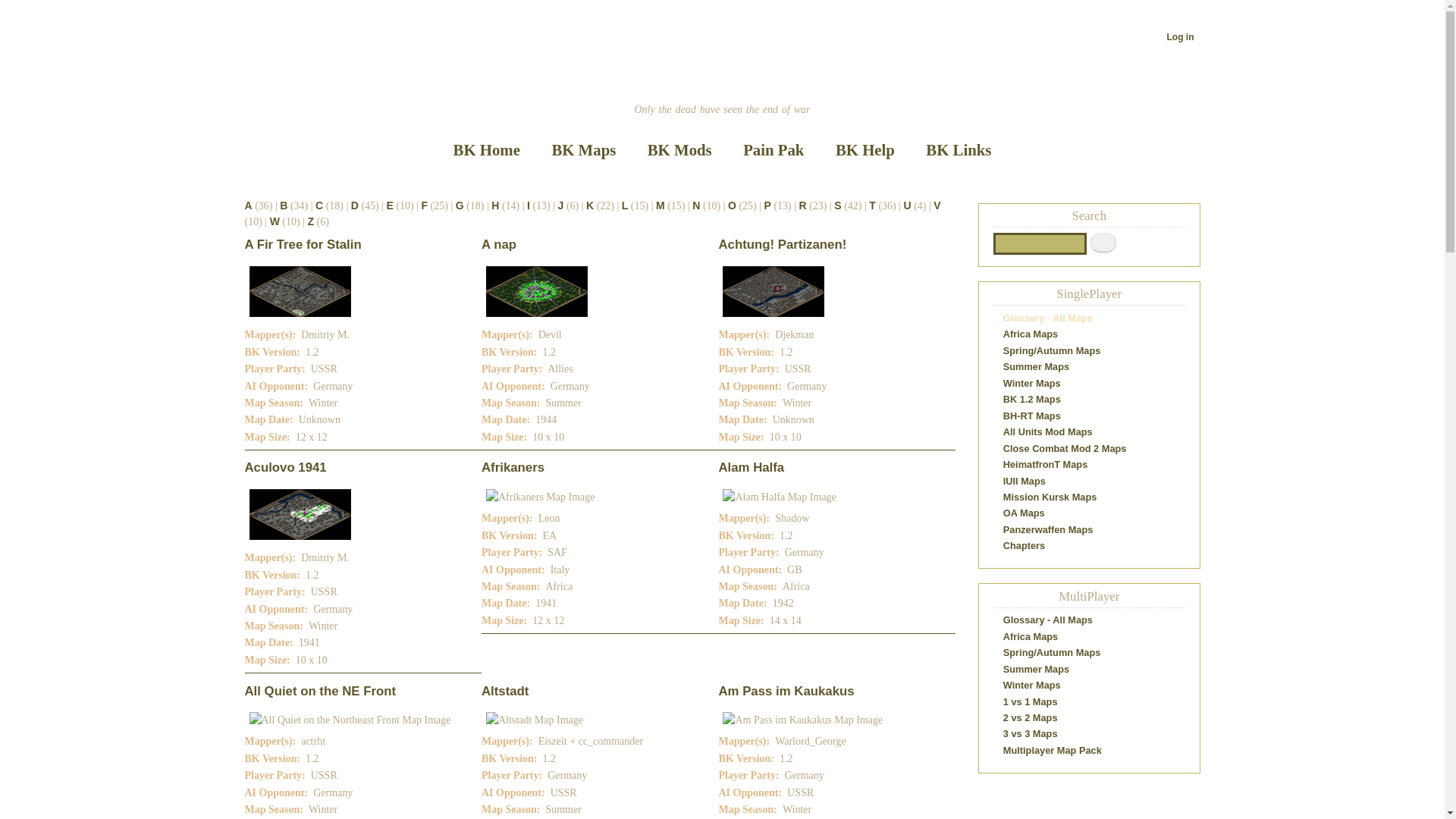 The height and width of the screenshot is (819, 1456). I want to click on 'Skip to main content', so click(721, 2).